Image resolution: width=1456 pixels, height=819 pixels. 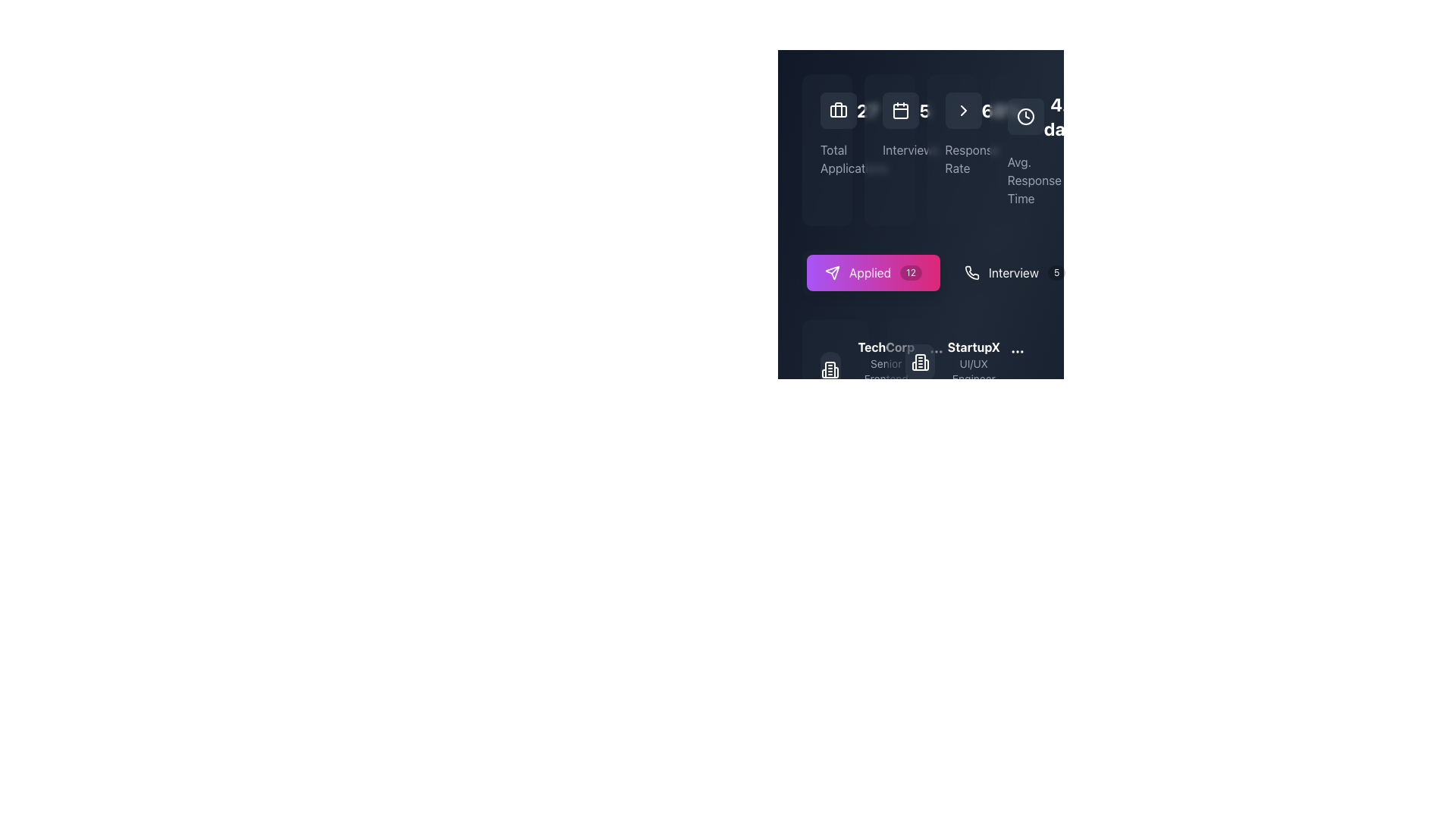 What do you see at coordinates (920, 362) in the screenshot?
I see `the rounded rectangle icon representing a building, styled in white on a dark background` at bounding box center [920, 362].